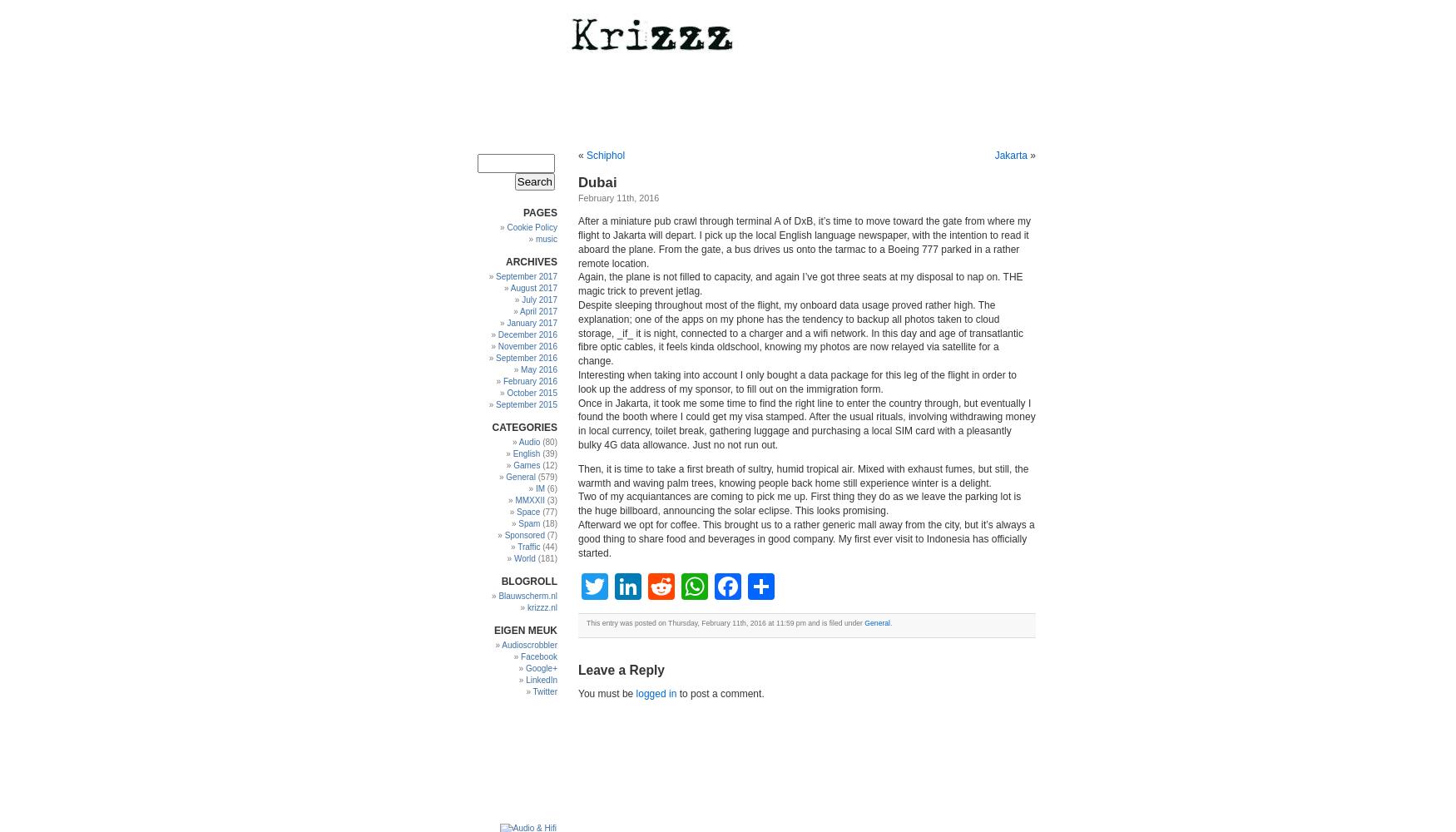  Describe the element at coordinates (528, 645) in the screenshot. I see `'Audioscrobbler'` at that location.